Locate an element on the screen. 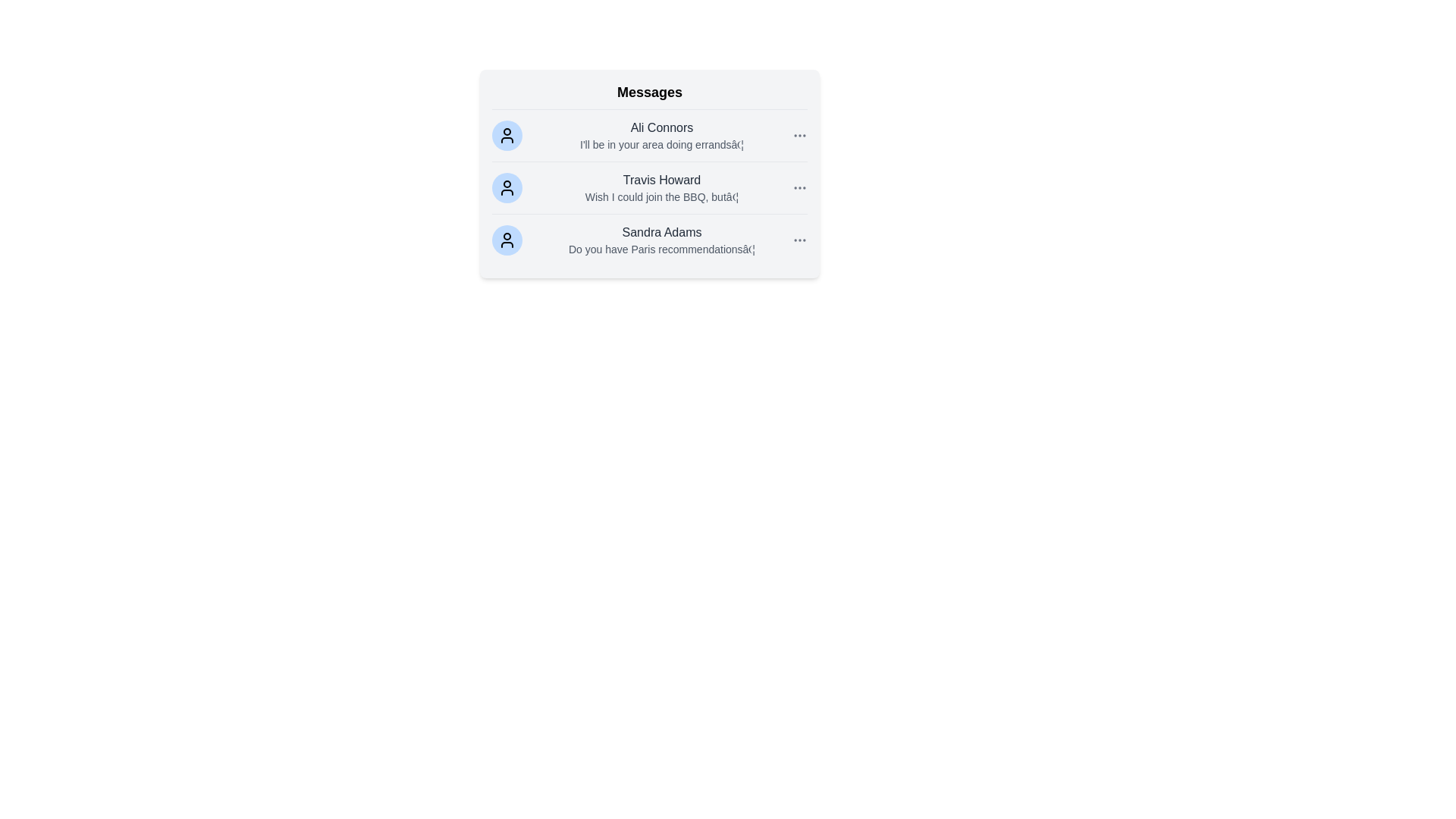 The width and height of the screenshot is (1456, 819). the circular blue Avatar Icon with a user profile icon outlined in black, located in the third row of the listed messages section, adjacent to the text 'Sandra Adams' is located at coordinates (507, 239).